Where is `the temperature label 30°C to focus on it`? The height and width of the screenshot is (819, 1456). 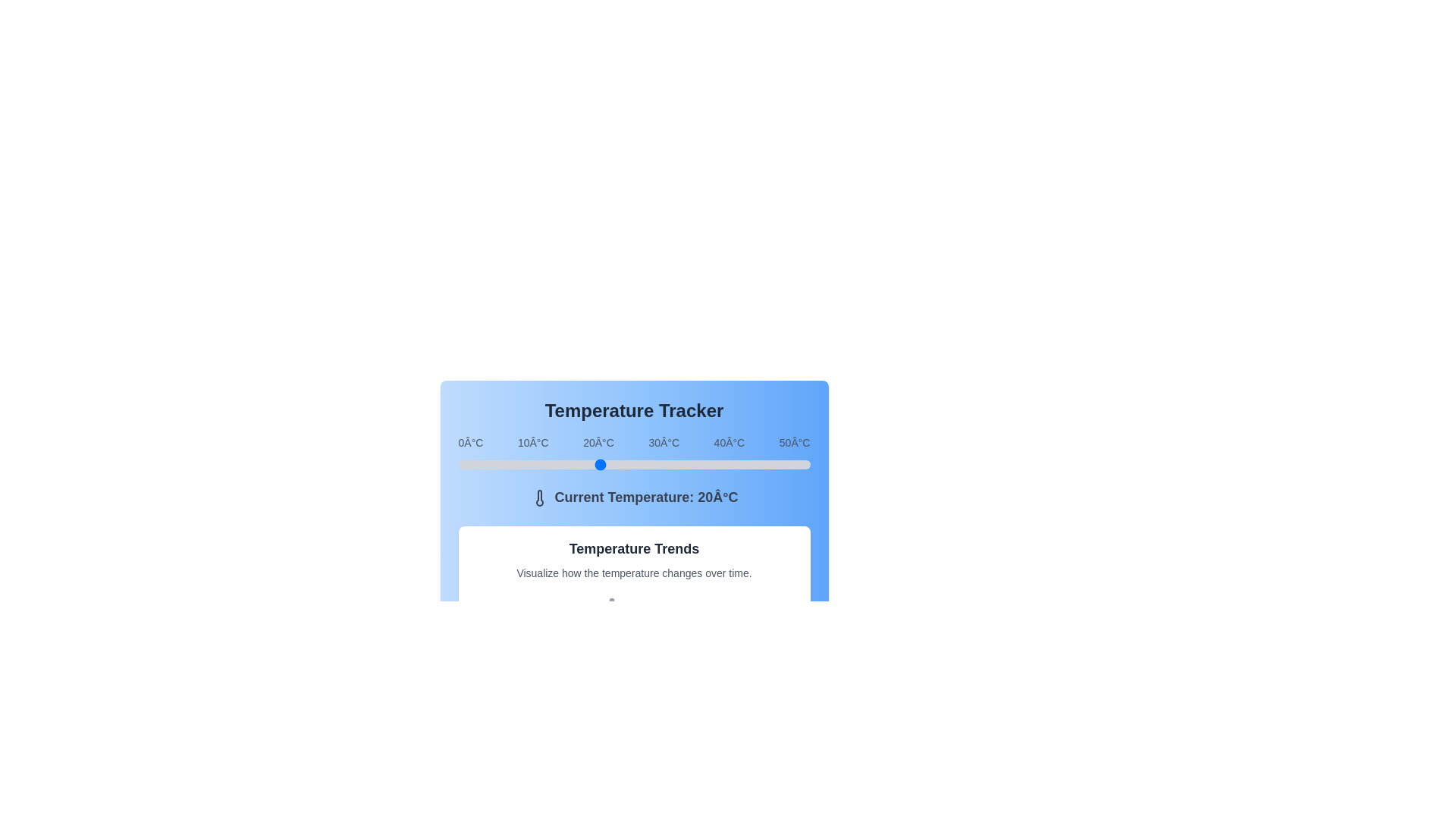 the temperature label 30°C to focus on it is located at coordinates (664, 442).